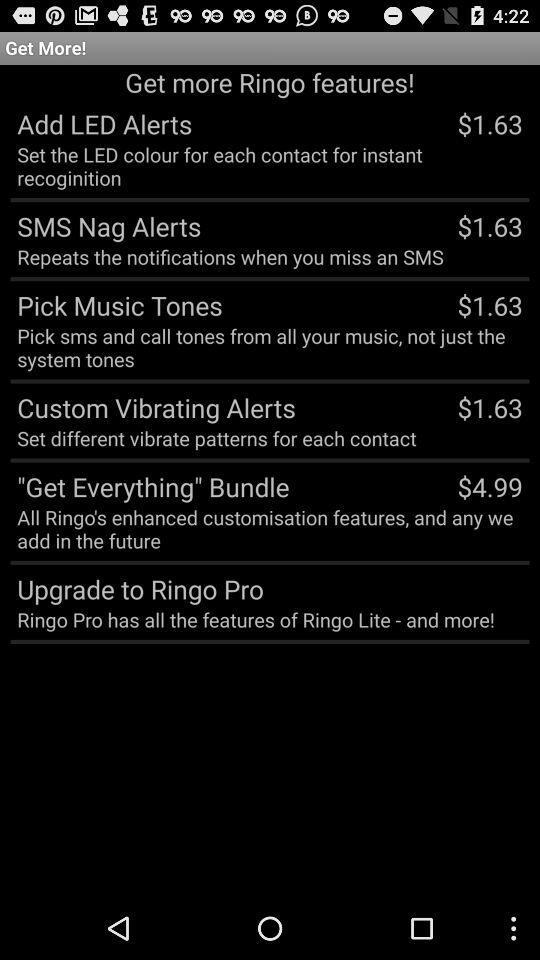  I want to click on the item below the pick sms and, so click(152, 406).